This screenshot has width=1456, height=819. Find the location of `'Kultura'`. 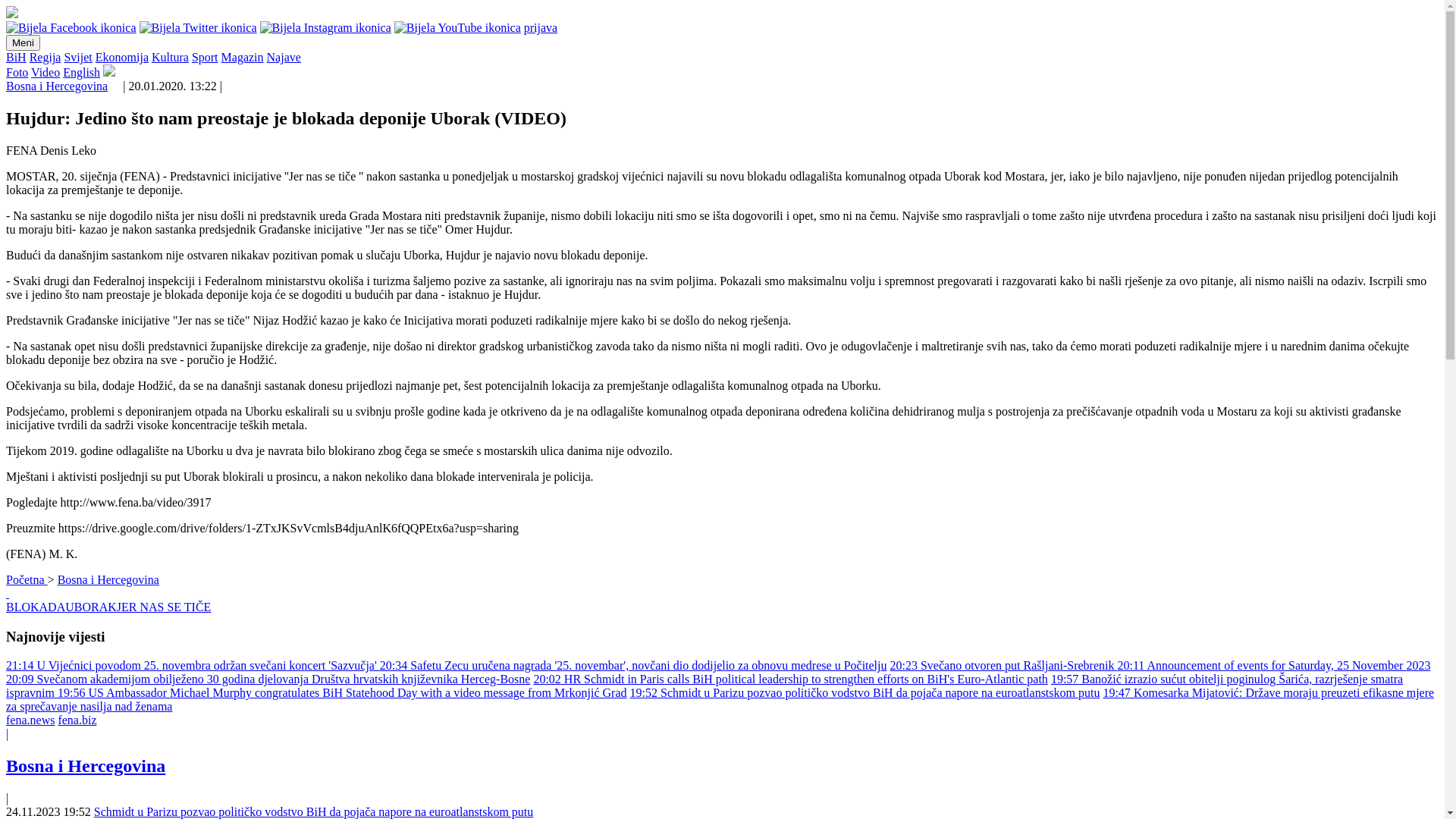

'Kultura' is located at coordinates (170, 56).